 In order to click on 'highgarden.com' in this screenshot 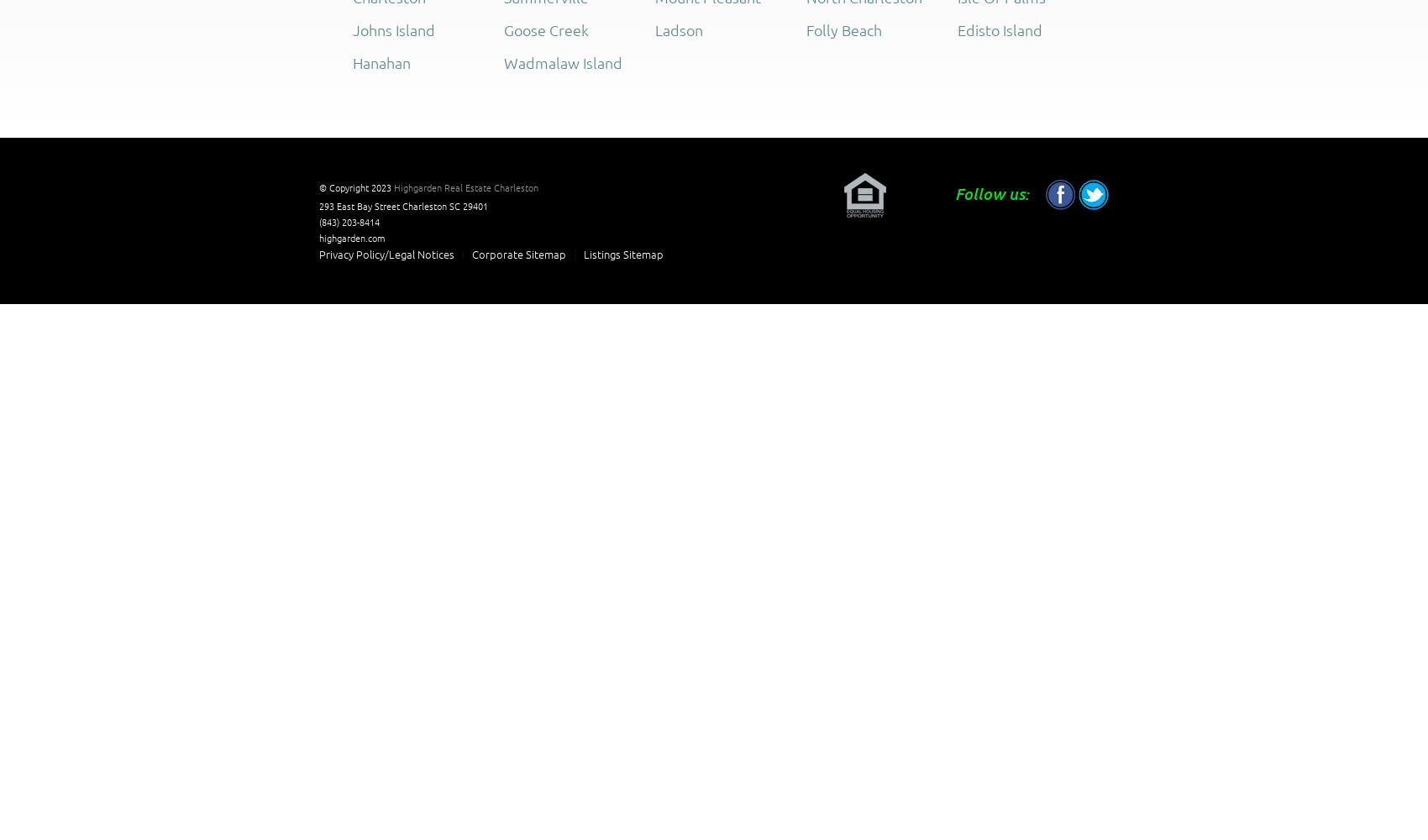, I will do `click(351, 238)`.